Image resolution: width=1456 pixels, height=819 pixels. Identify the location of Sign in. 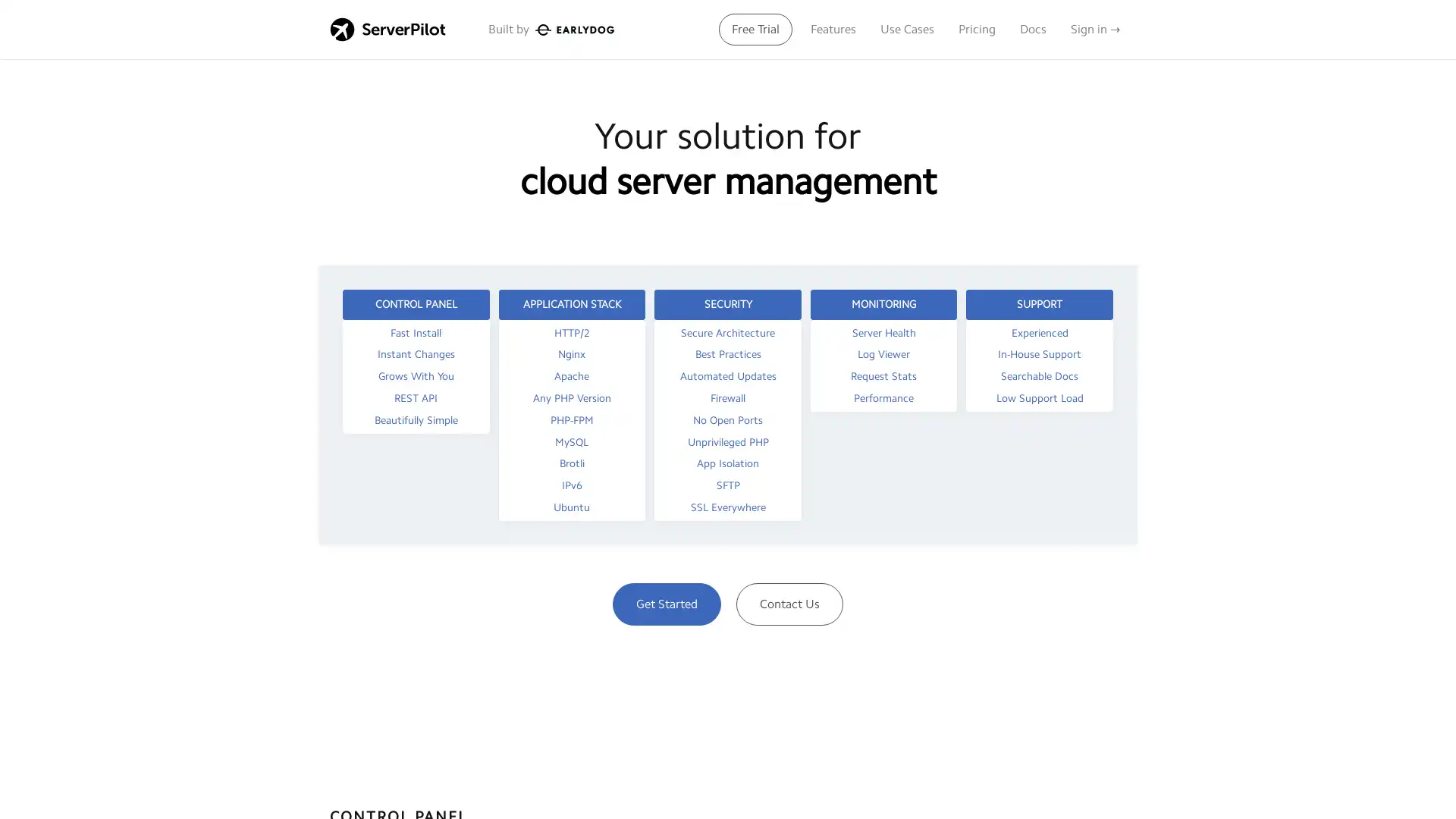
(1095, 29).